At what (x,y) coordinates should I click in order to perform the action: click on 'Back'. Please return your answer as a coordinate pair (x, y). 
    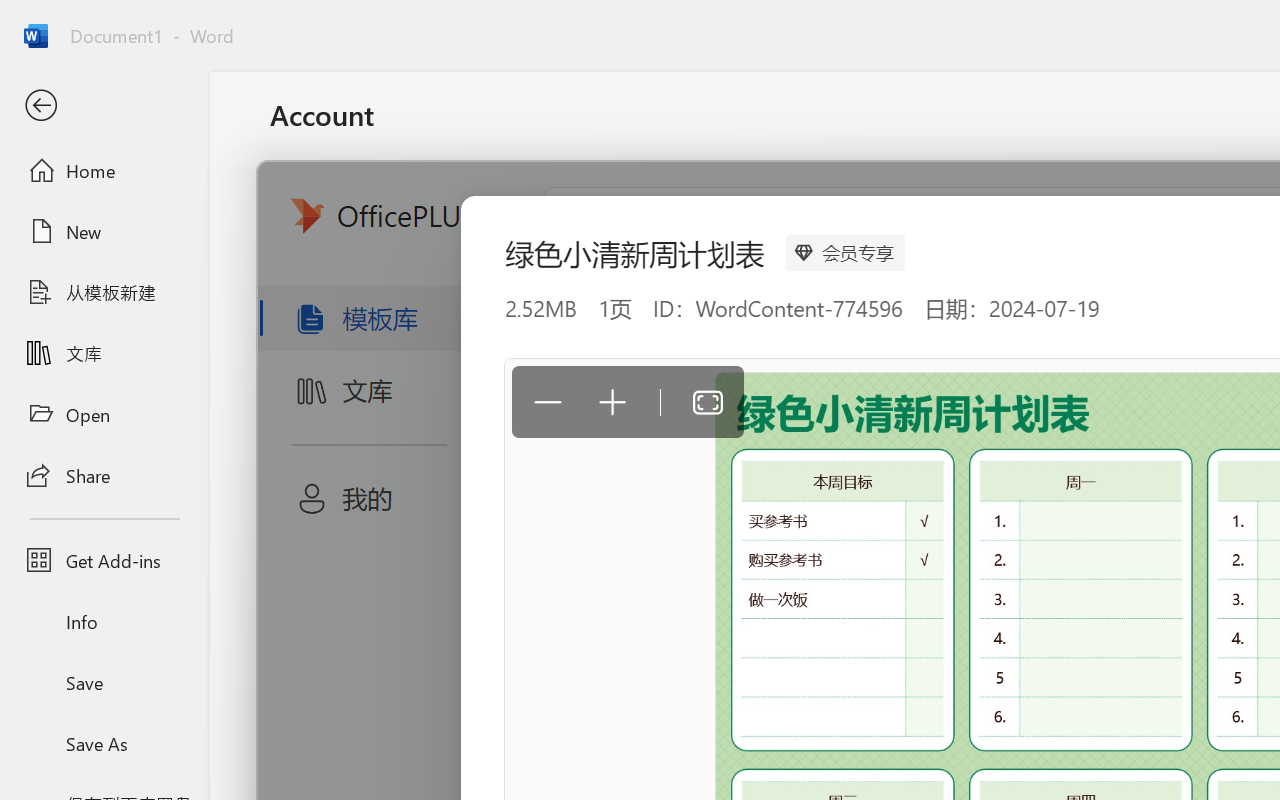
    Looking at the image, I should click on (103, 105).